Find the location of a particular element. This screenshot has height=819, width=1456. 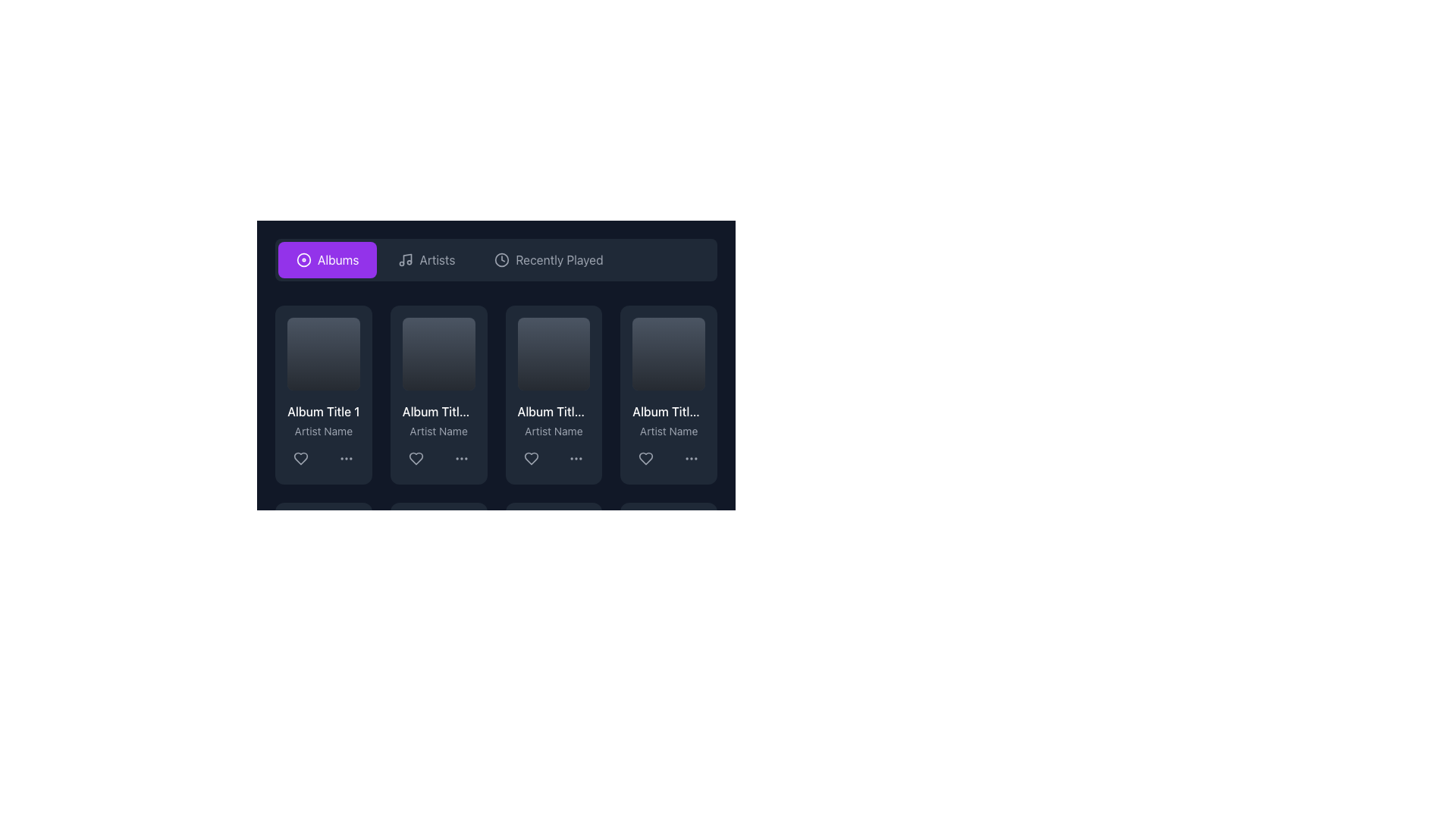

the album card located is located at coordinates (496, 356).